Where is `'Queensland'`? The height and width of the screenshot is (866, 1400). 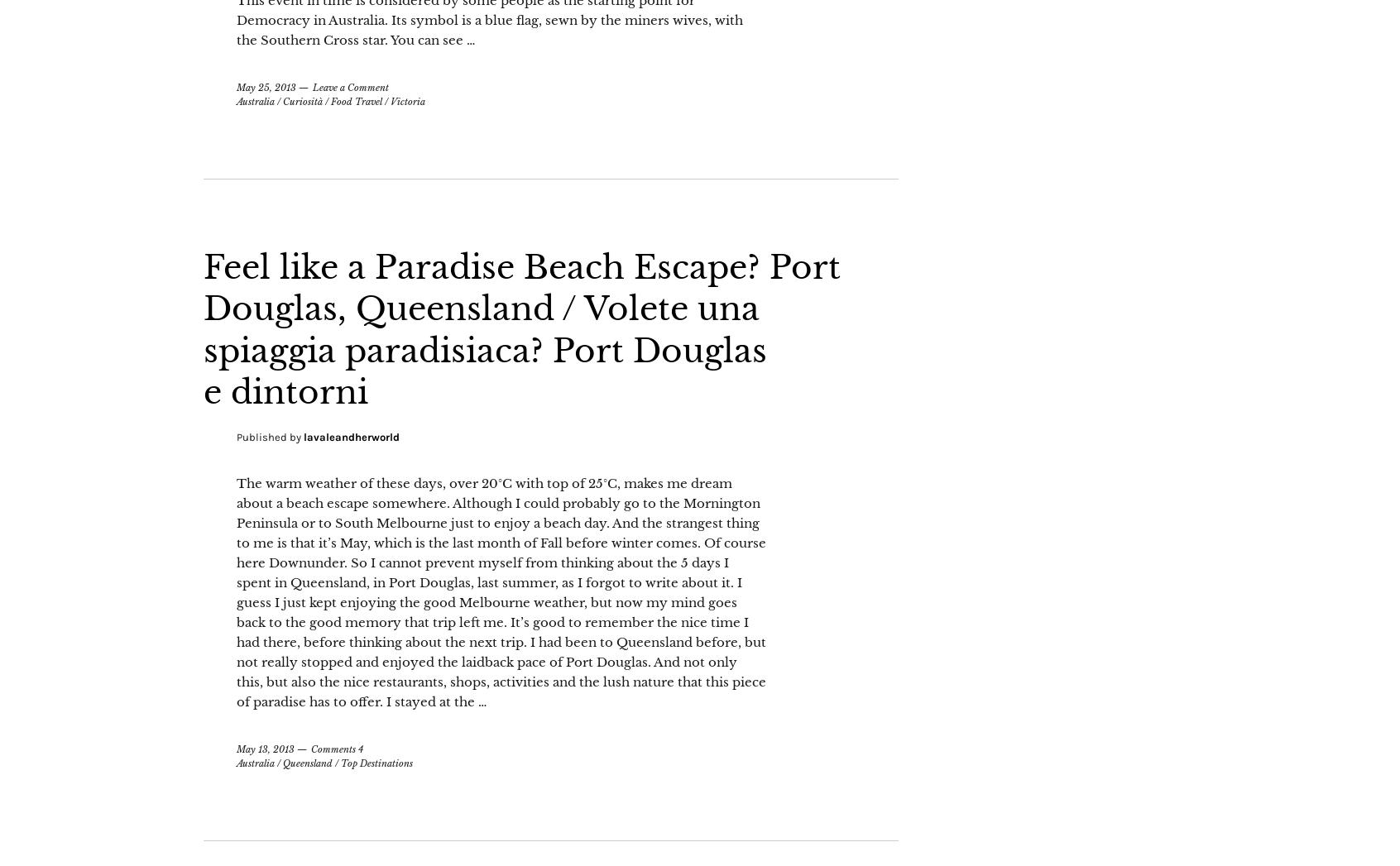
'Queensland' is located at coordinates (281, 803).